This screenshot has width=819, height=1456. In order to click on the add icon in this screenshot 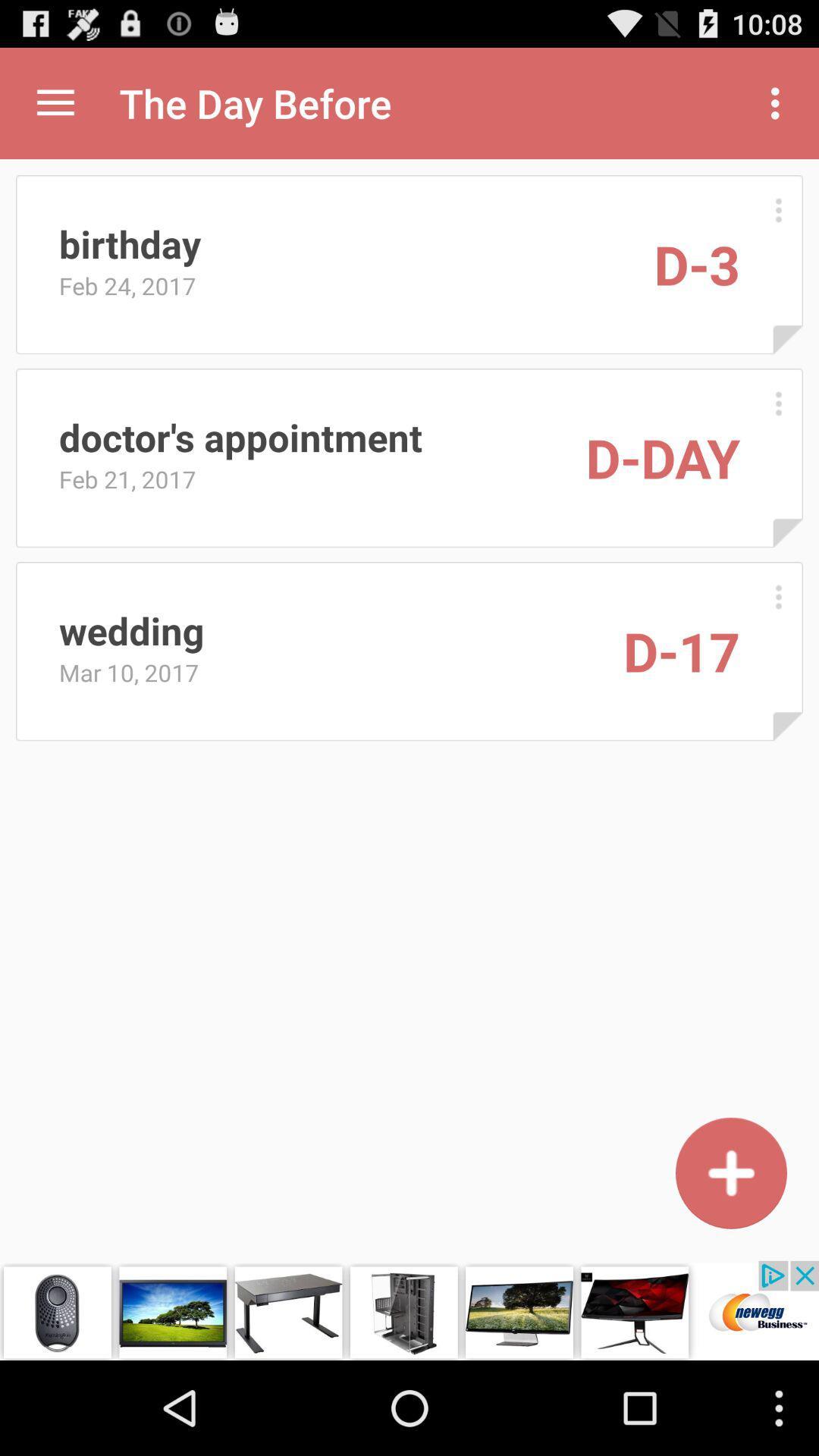, I will do `click(730, 1256)`.